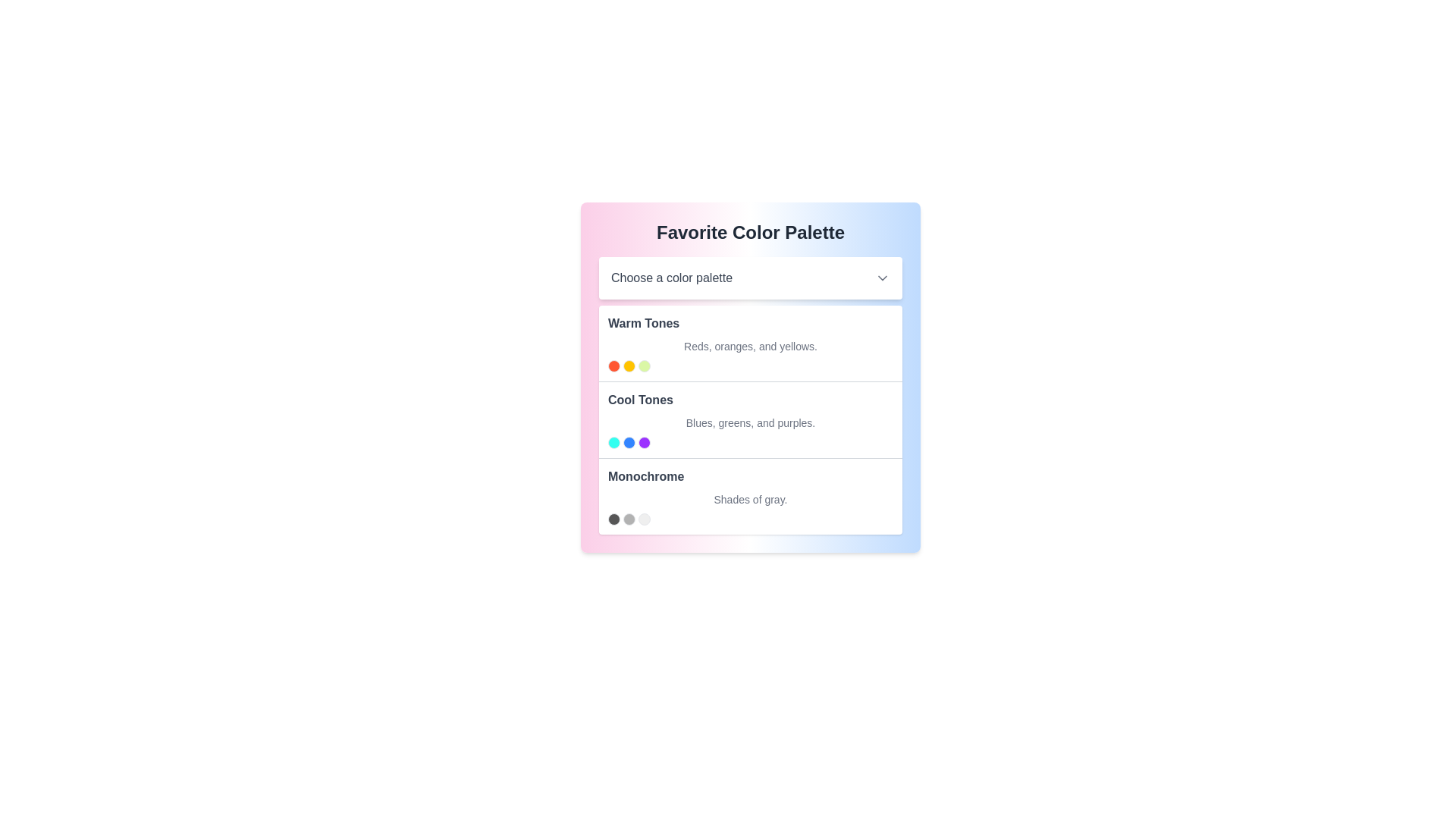 The height and width of the screenshot is (819, 1456). Describe the element at coordinates (750, 343) in the screenshot. I see `the first selectable option in the 'Favorite Color Palette' drop-down menu, which represents warm tones including reds, oranges, and yellows` at that location.